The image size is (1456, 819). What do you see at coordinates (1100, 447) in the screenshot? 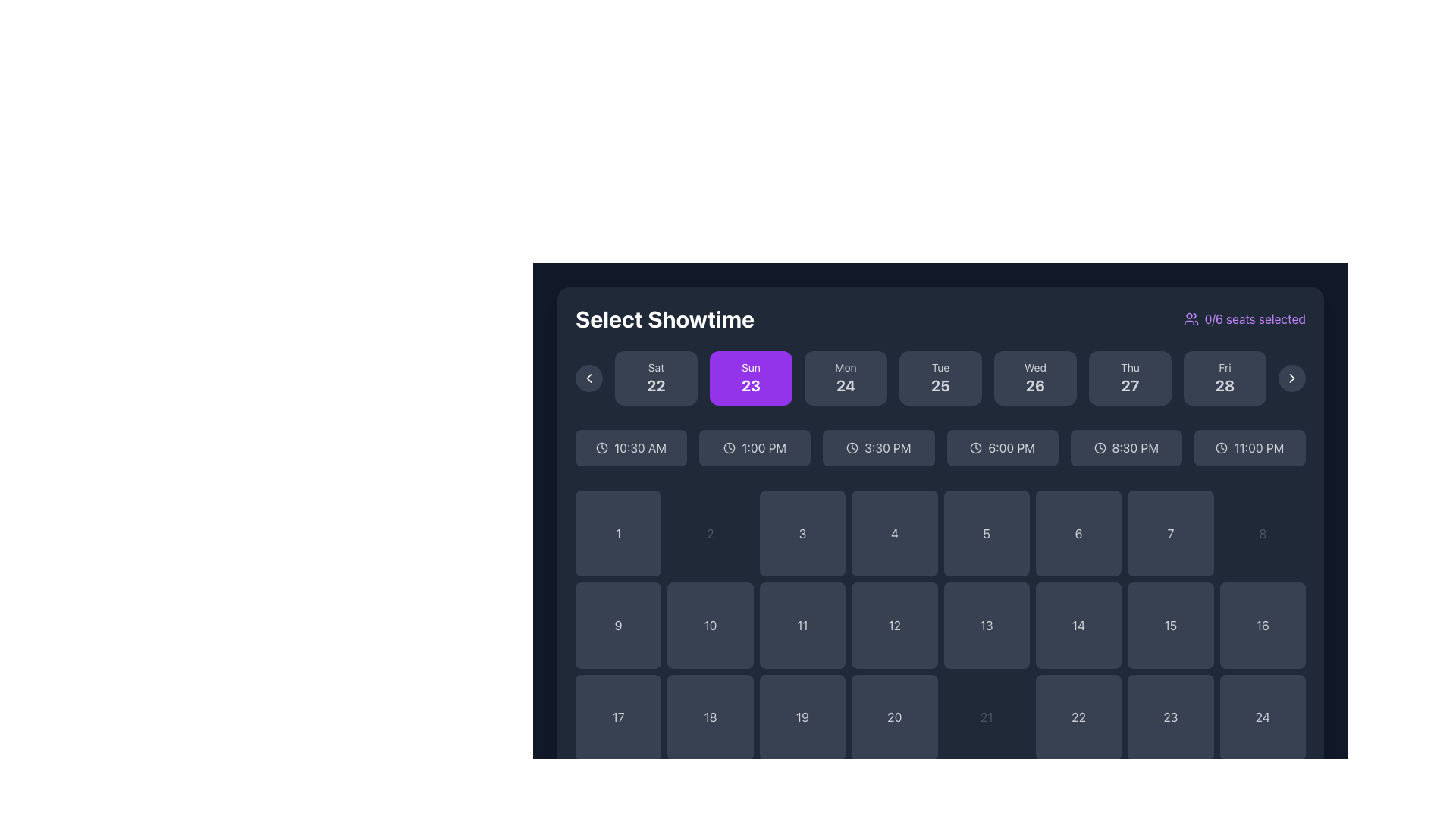
I see `the clock-shaped icon located next to the '8:30 PM' time option in the schedule layout` at bounding box center [1100, 447].